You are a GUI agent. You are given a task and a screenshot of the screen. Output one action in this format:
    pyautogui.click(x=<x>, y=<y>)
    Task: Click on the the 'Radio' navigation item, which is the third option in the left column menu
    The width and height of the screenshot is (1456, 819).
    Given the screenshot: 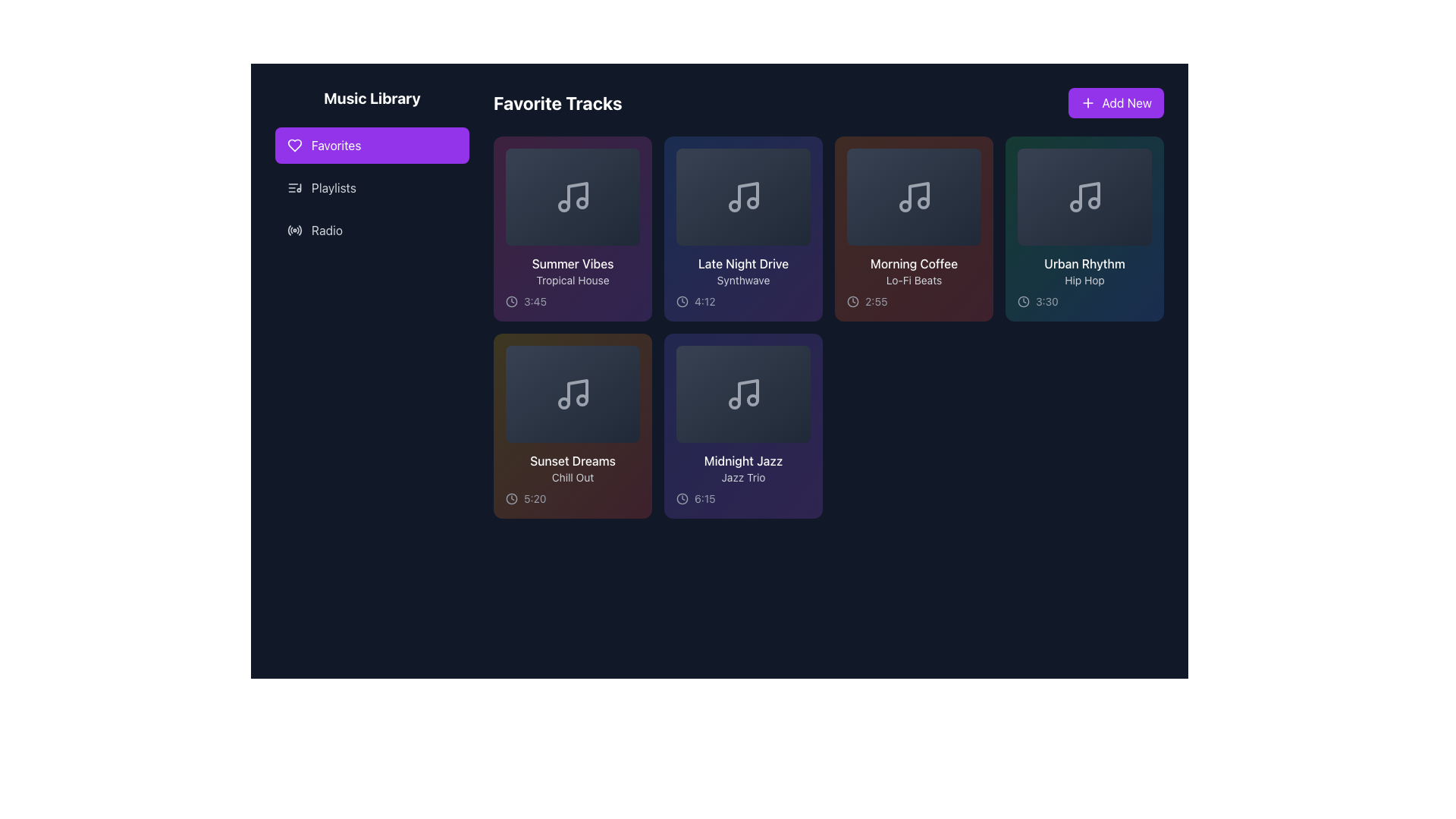 What is the action you would take?
    pyautogui.click(x=372, y=231)
    